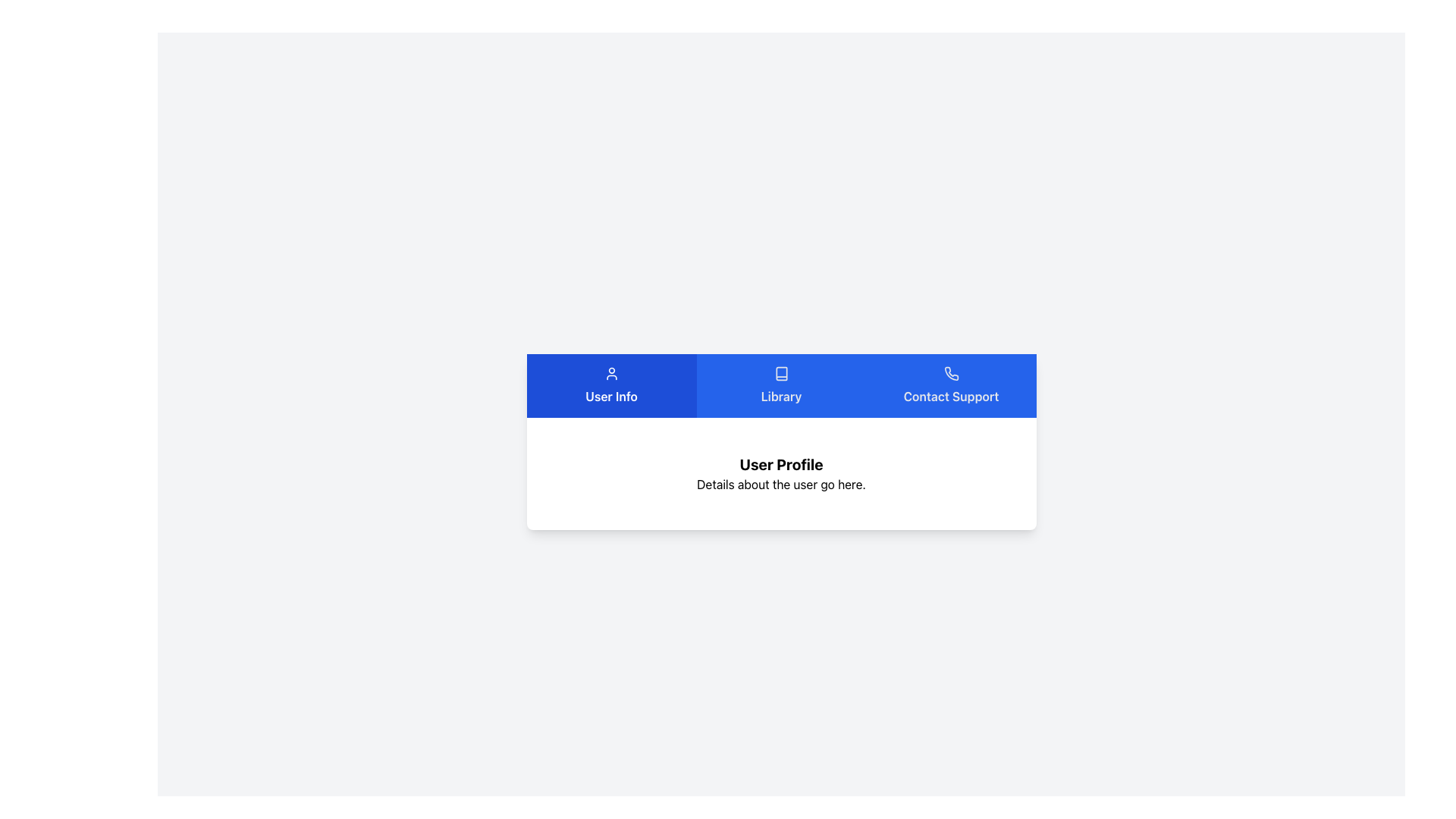  Describe the element at coordinates (781, 485) in the screenshot. I see `the text label displaying 'Details about the user go here.' which is located below the 'User Profile' header` at that location.